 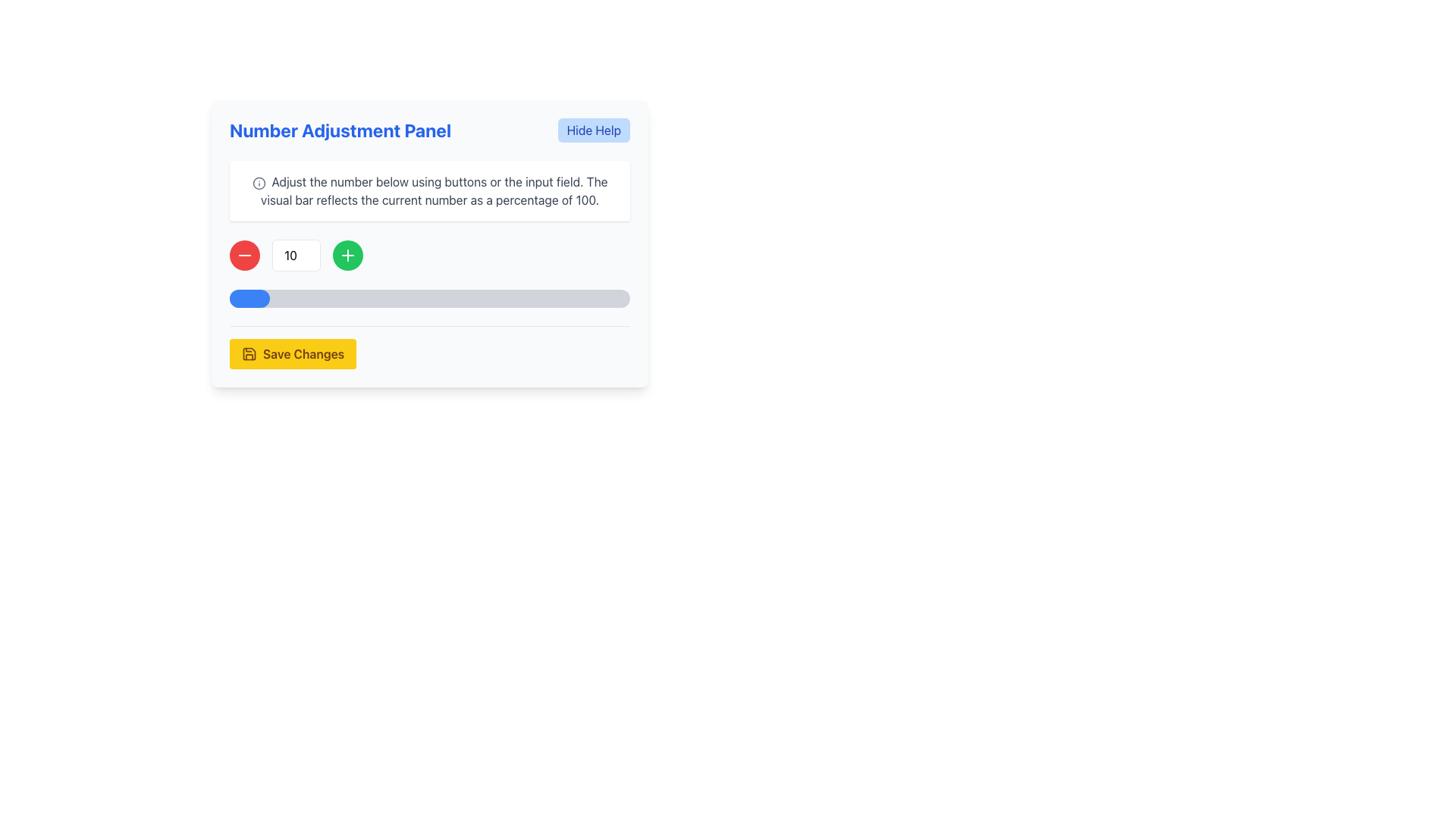 What do you see at coordinates (428, 254) in the screenshot?
I see `the minus button in the Number Adjustment Panel to decrease the numeric value` at bounding box center [428, 254].